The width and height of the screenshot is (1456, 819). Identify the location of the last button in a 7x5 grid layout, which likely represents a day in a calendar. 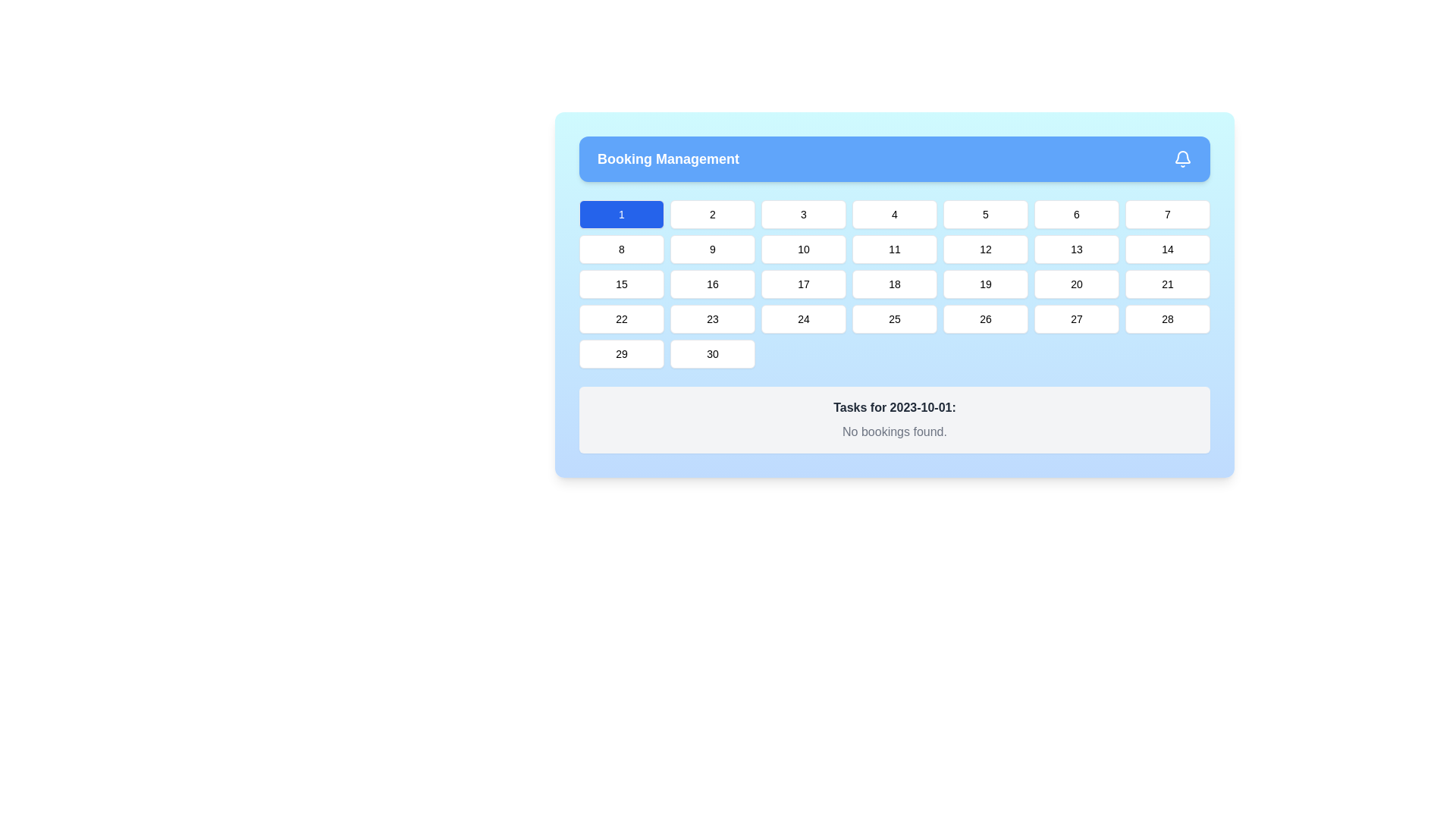
(712, 353).